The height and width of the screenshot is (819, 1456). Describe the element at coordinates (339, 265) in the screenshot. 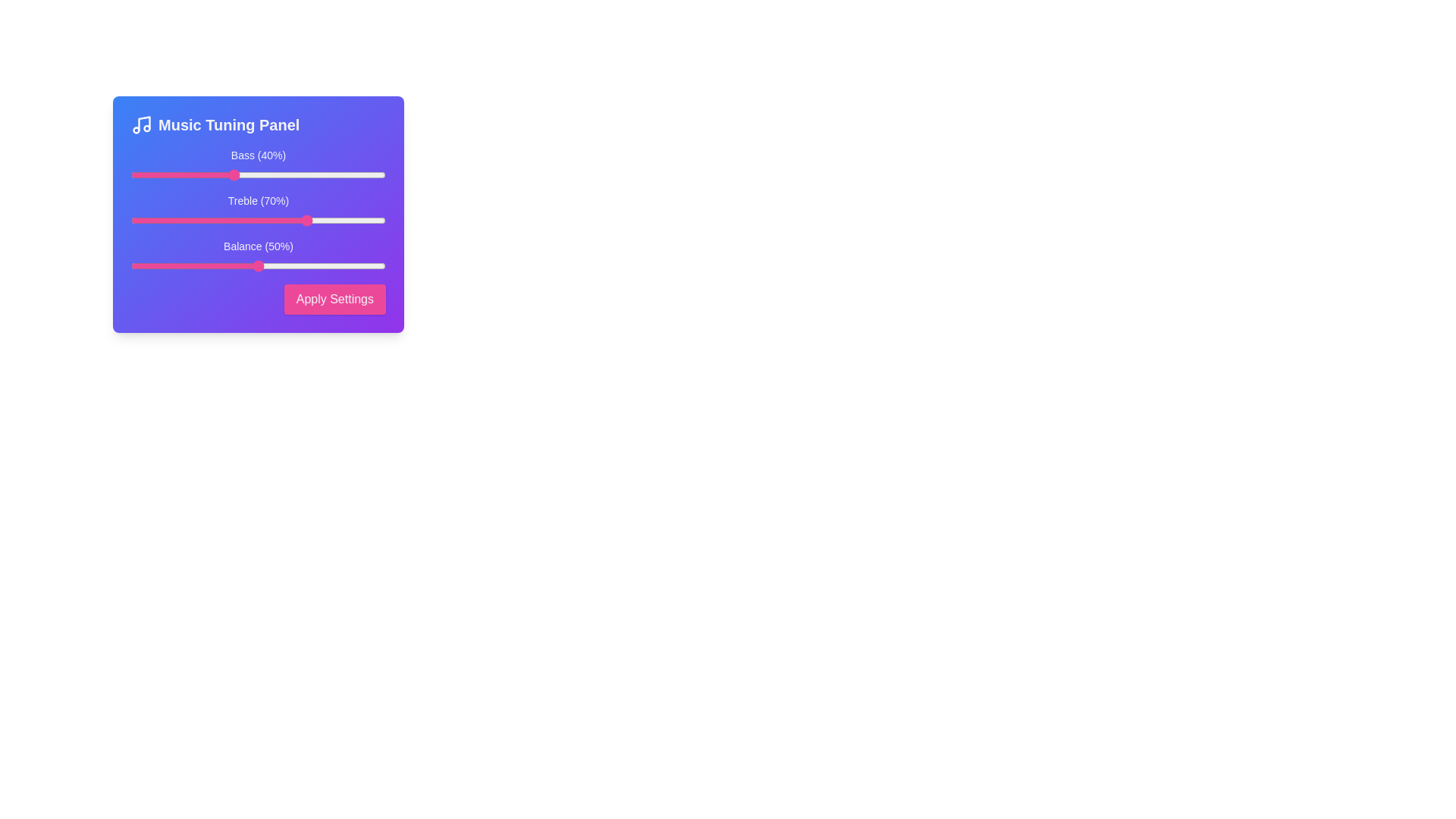

I see `the balance slider to 82%` at that location.